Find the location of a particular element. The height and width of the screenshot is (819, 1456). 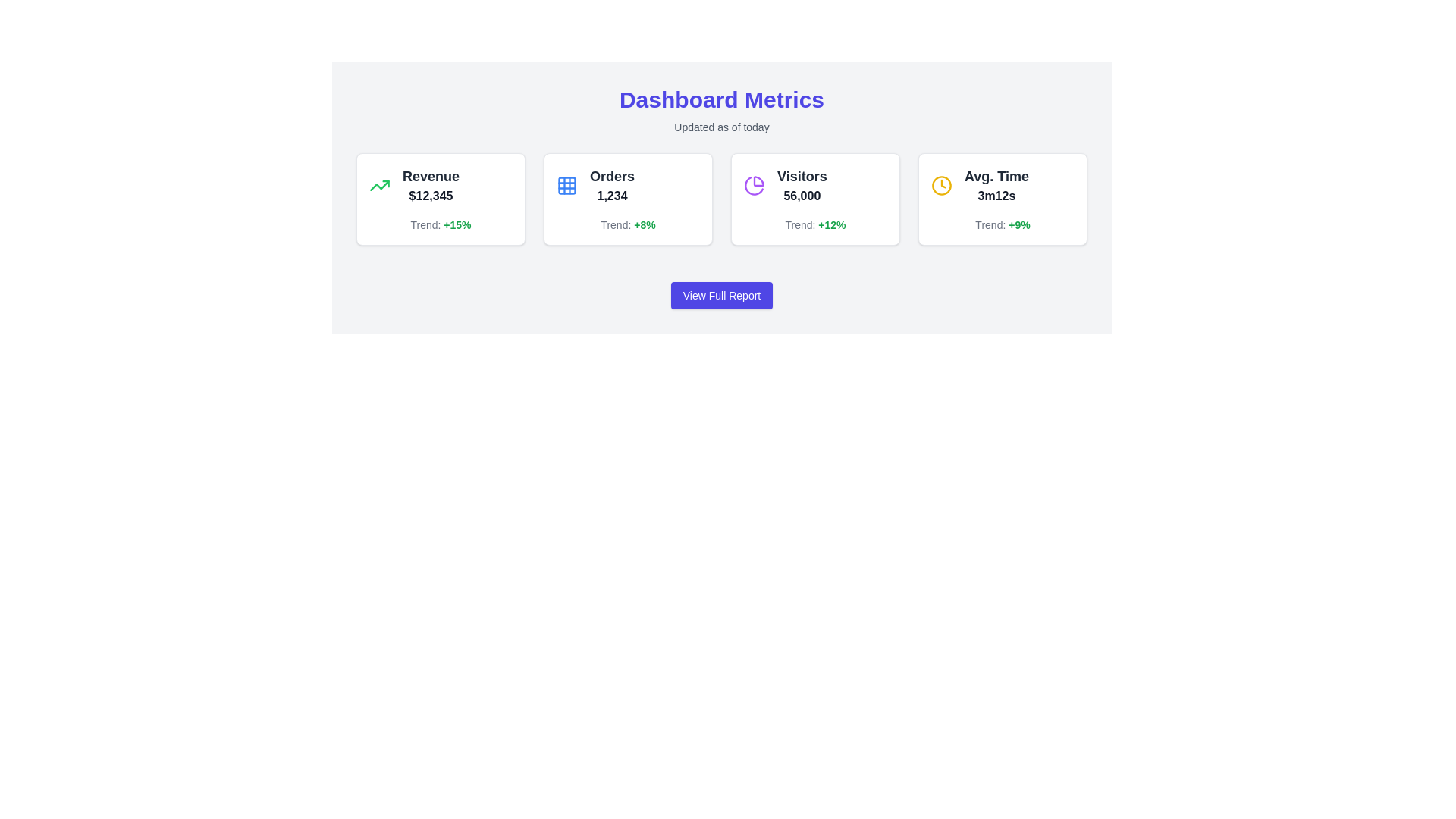

text label displaying 'Trend: +9%' located in the fourth dashboard card from the left, positioned near the bottom of the card below the main metric value is located at coordinates (1003, 225).